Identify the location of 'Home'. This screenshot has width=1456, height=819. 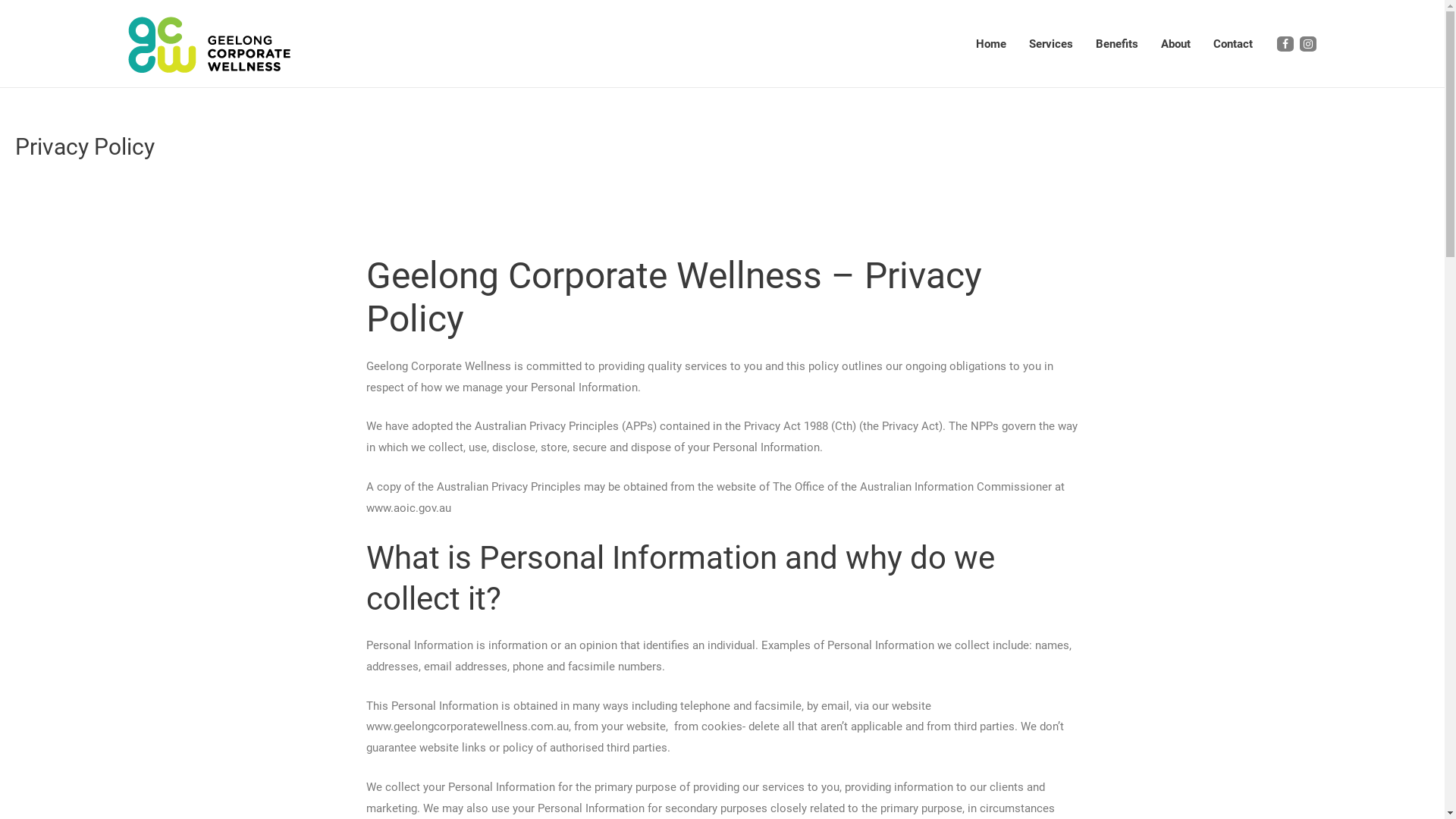
(990, 42).